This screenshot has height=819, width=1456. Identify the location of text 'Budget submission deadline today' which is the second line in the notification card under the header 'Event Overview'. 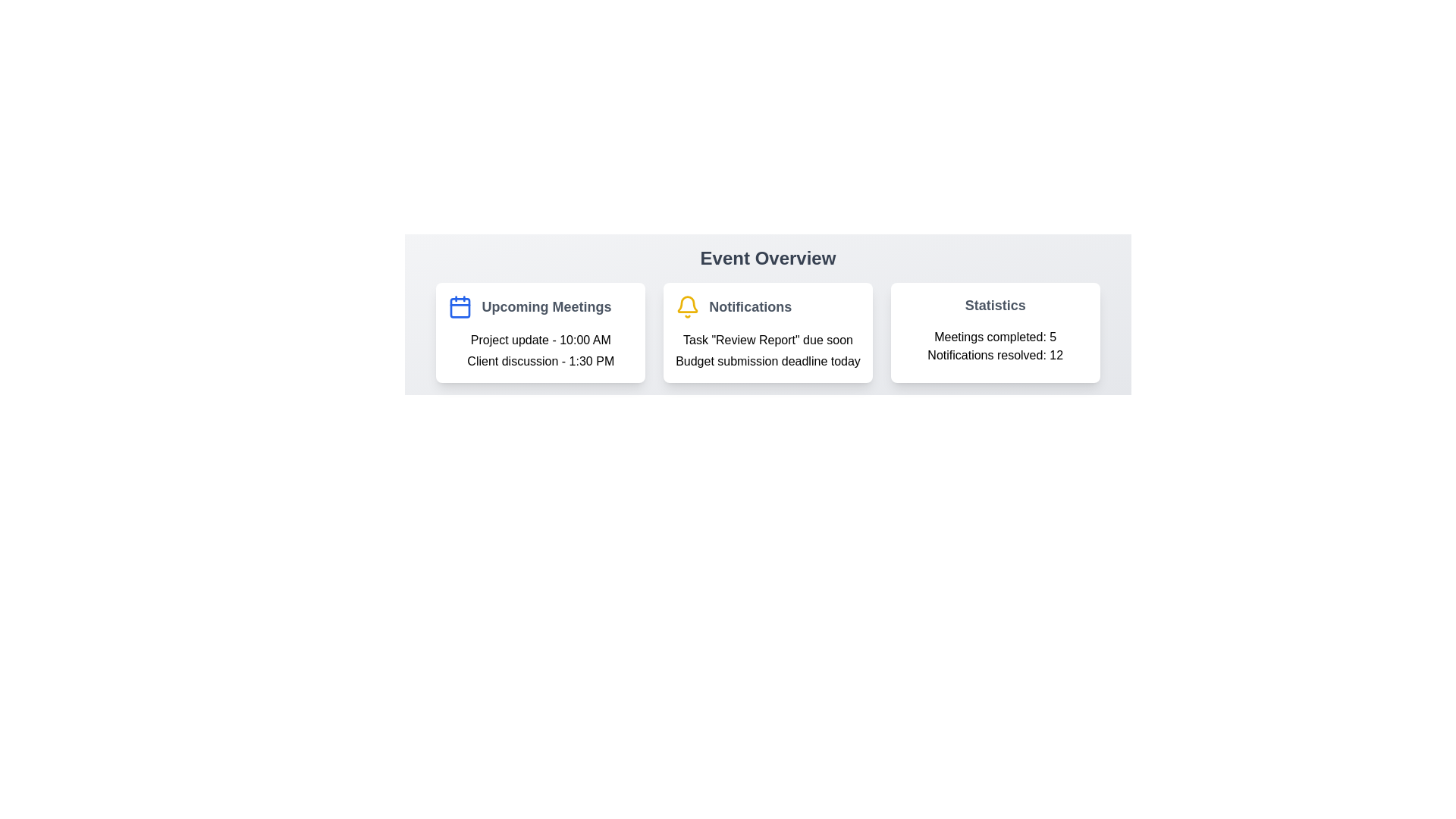
(767, 362).